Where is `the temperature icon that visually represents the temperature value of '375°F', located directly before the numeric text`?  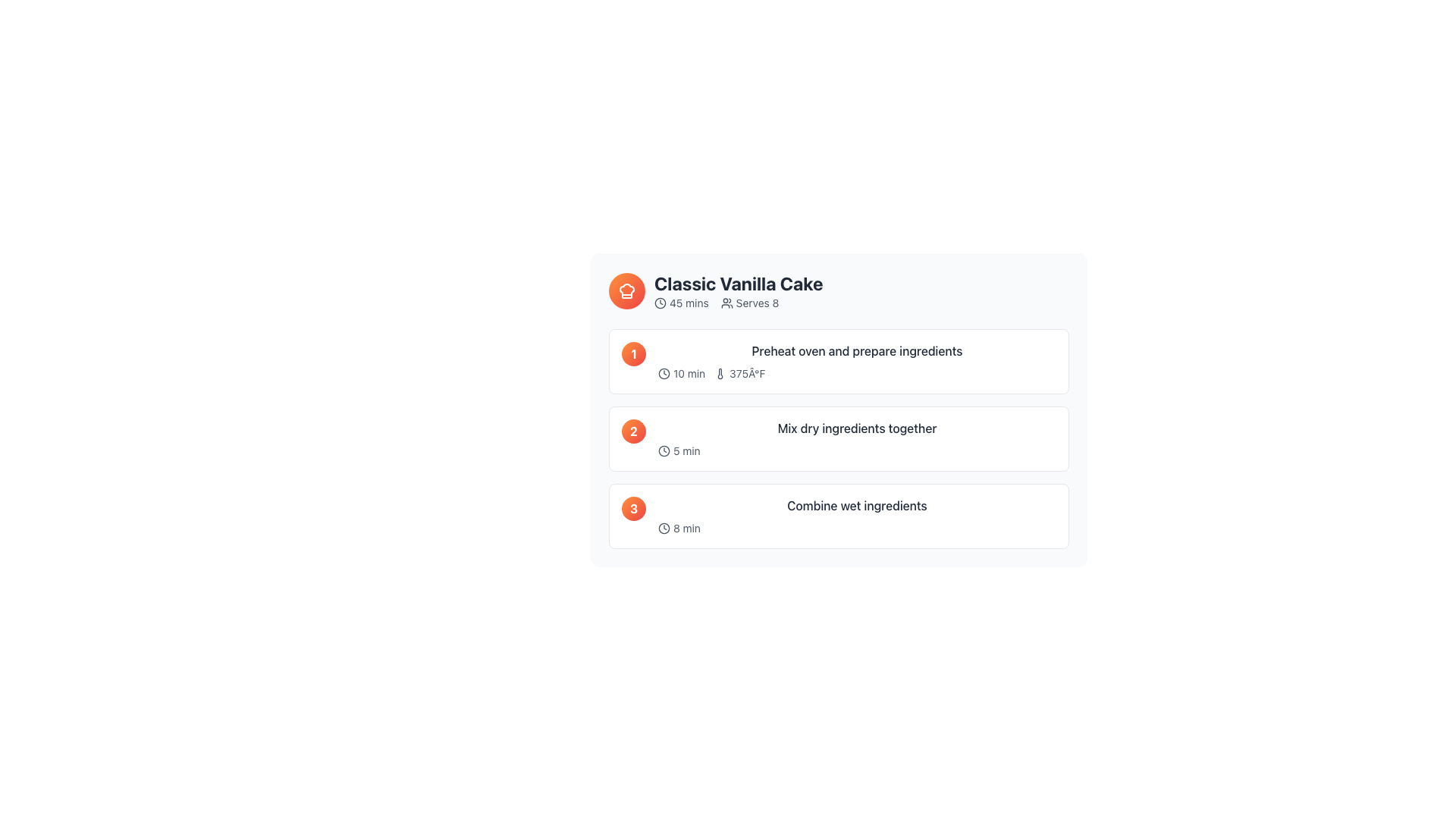
the temperature icon that visually represents the temperature value of '375°F', located directly before the numeric text is located at coordinates (720, 374).